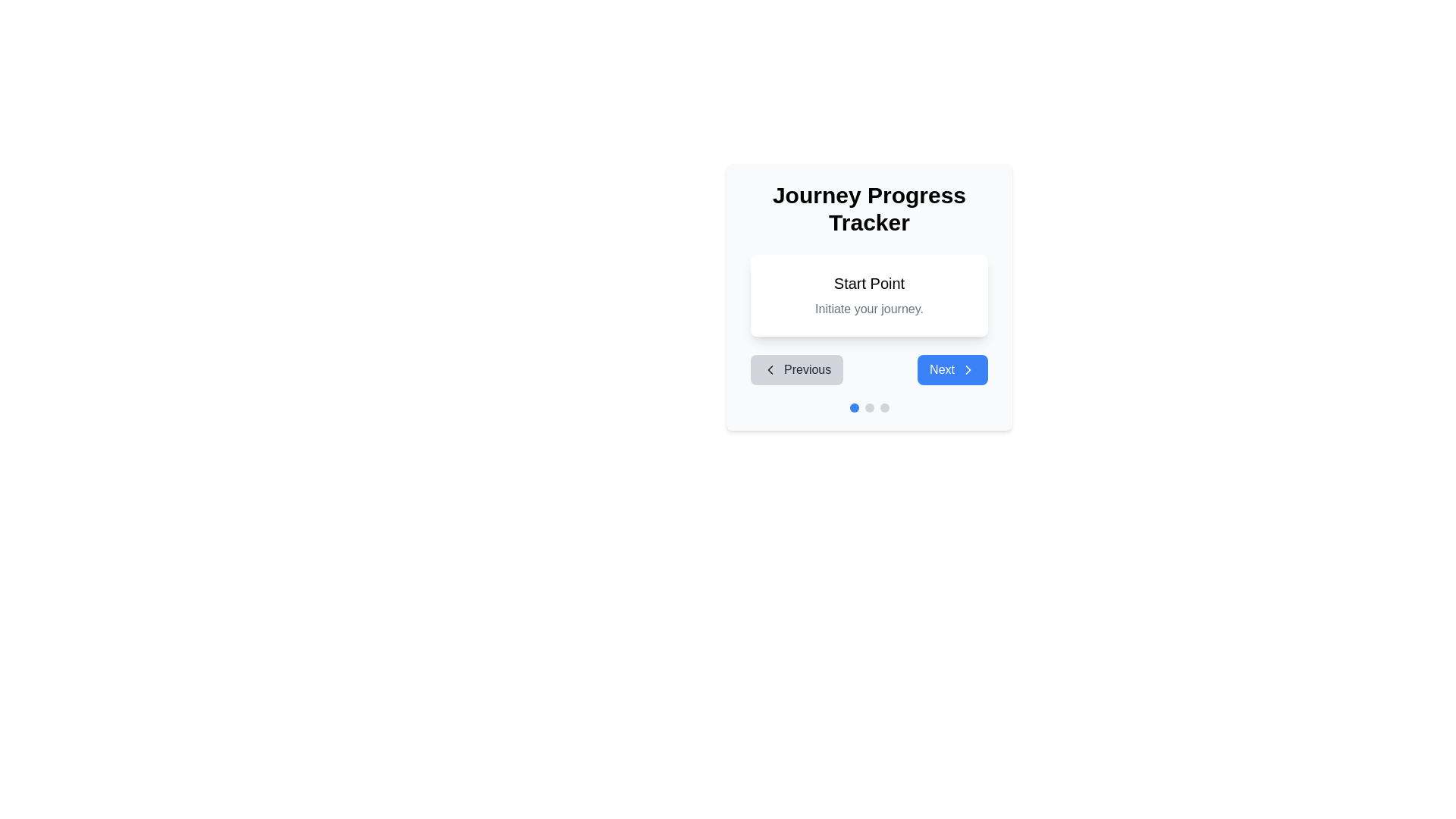 This screenshot has width=1456, height=819. I want to click on the 'Start Point' text in the Interactive progress tracker interface, so click(869, 297).